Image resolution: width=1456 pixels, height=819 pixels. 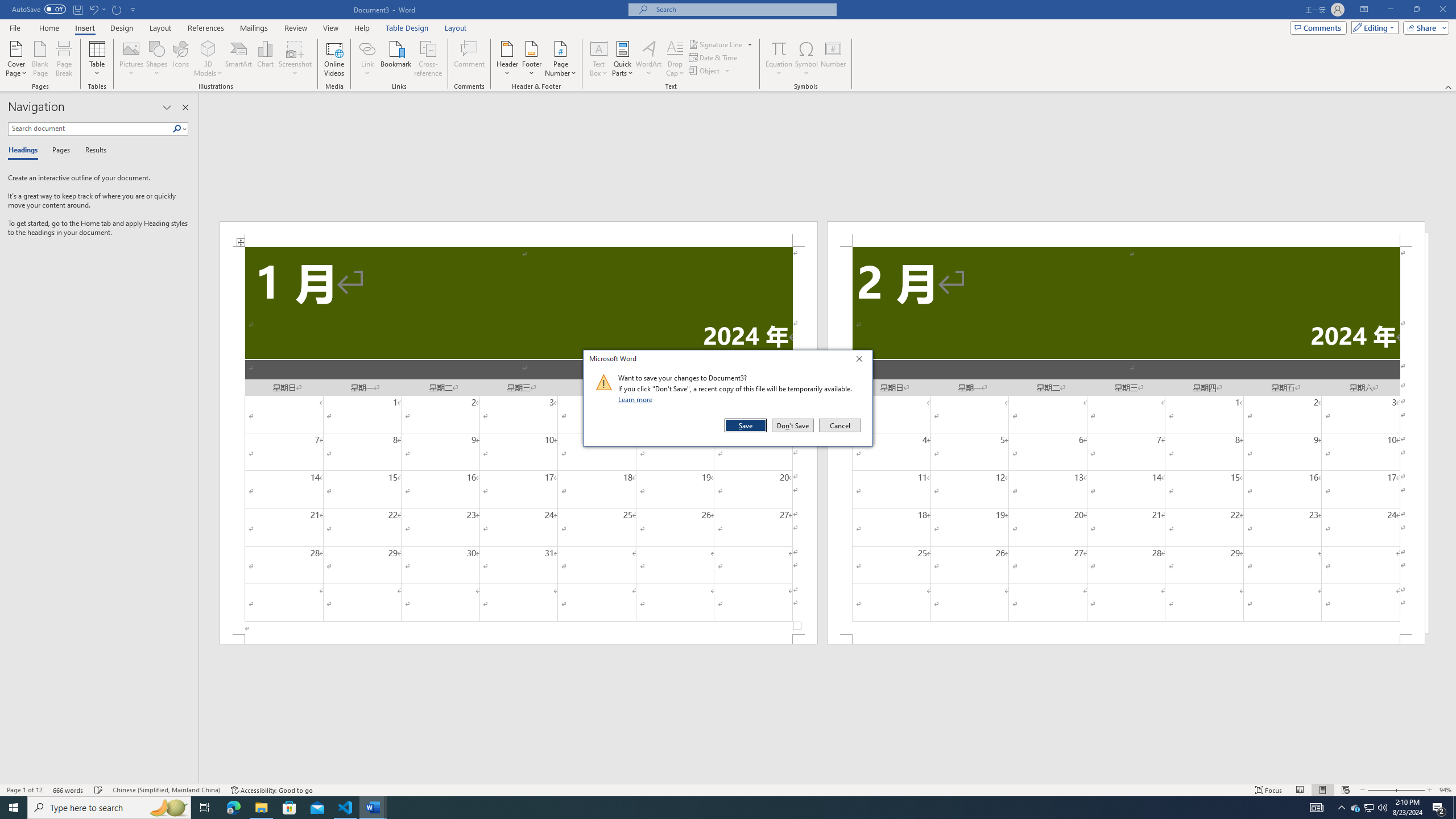 What do you see at coordinates (396, 59) in the screenshot?
I see `'Bookmark...'` at bounding box center [396, 59].